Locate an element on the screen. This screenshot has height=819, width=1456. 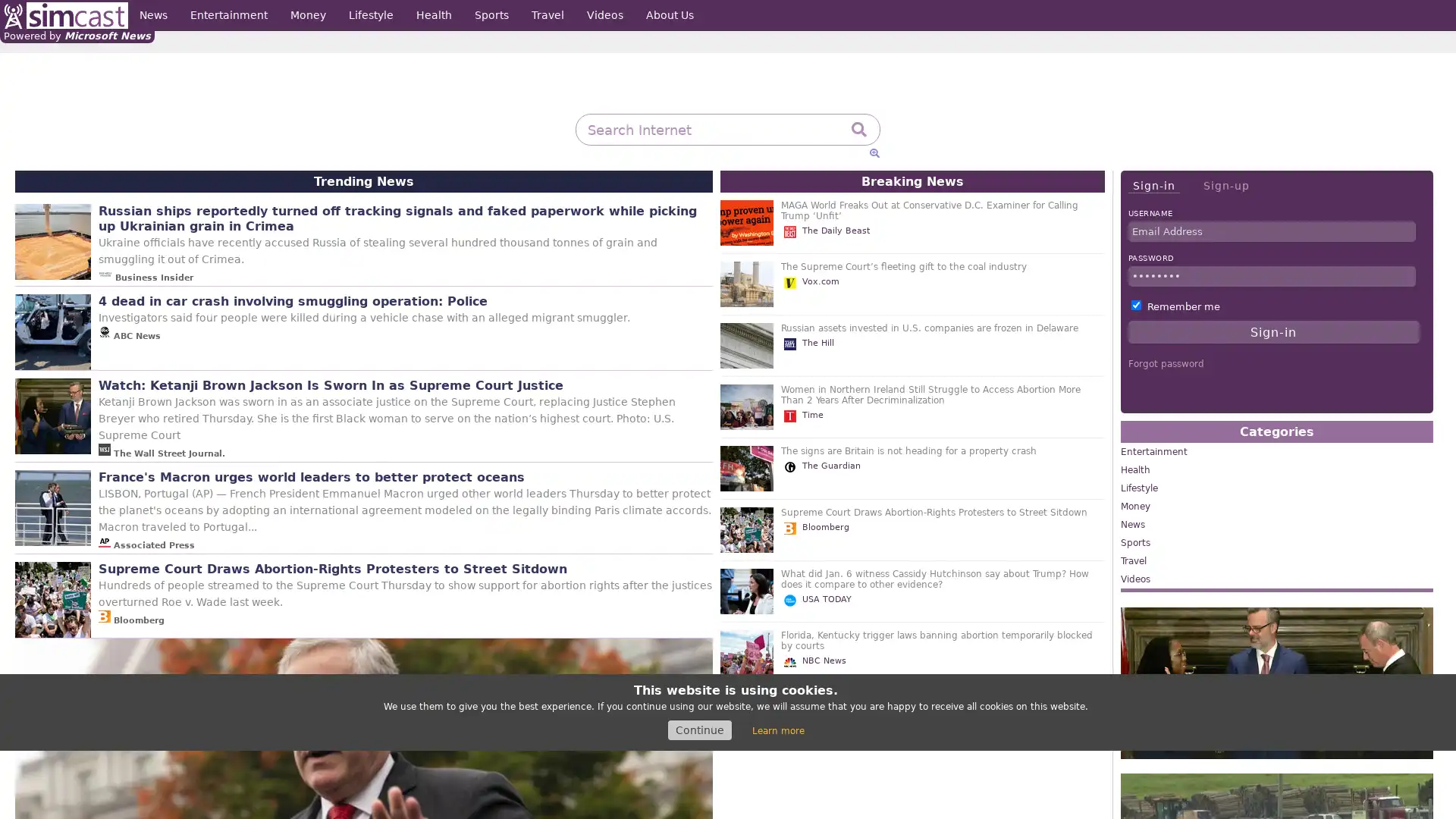
Continue is located at coordinates (698, 730).